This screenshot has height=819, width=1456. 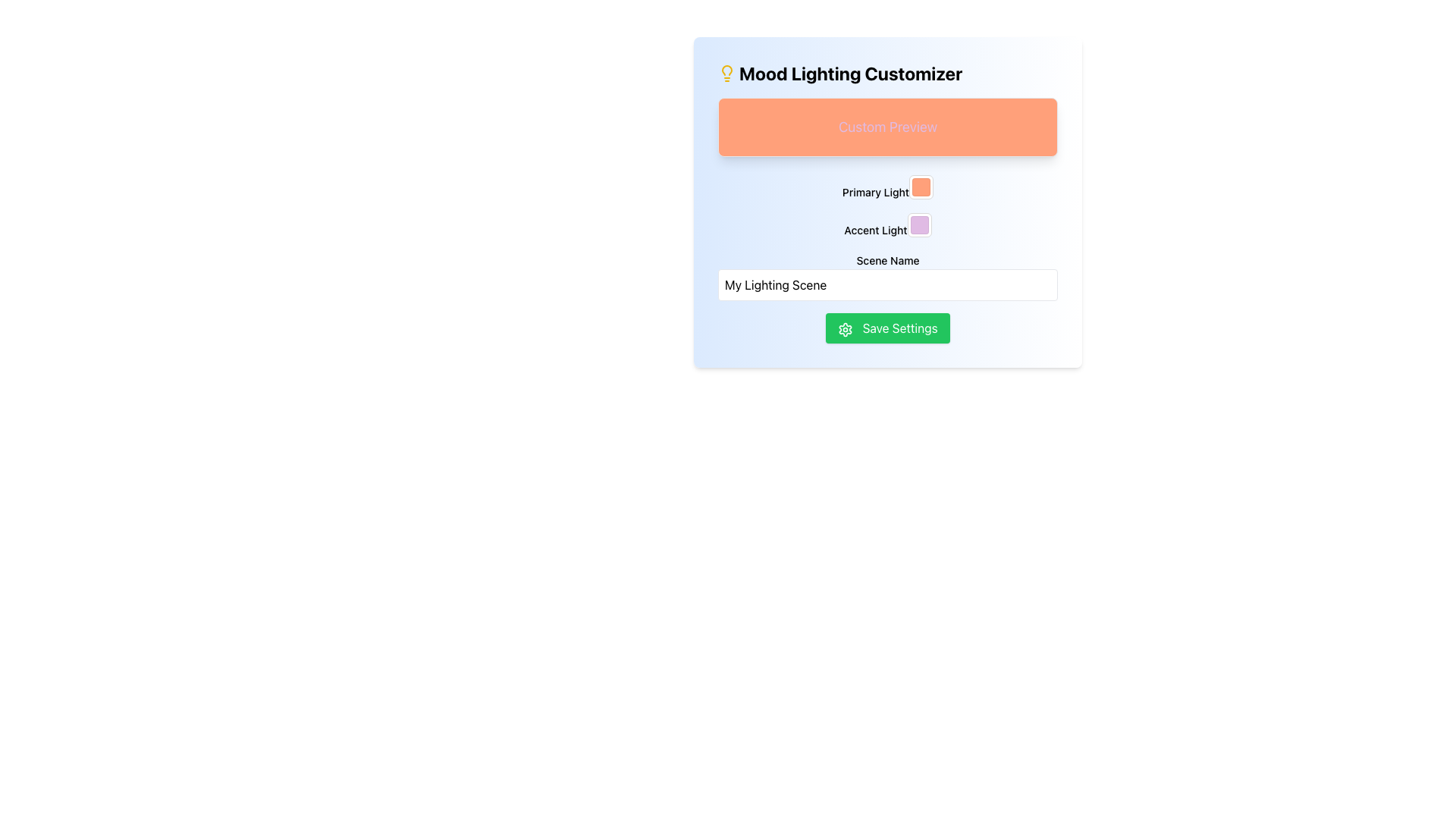 I want to click on heading content of the 'Mood Lighting Customizer' text header located at the top of the panel, so click(x=888, y=73).